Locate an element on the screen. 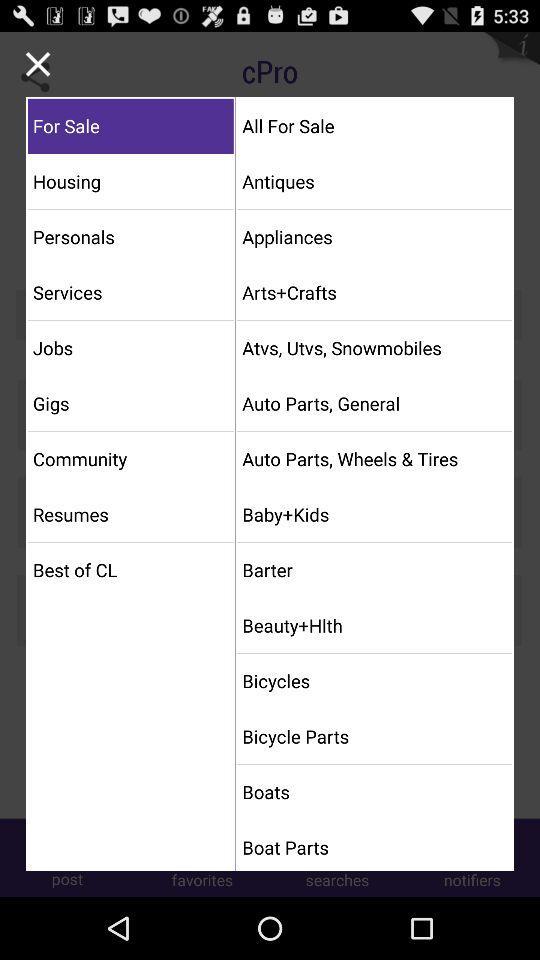 This screenshot has width=540, height=960. the bicycles item is located at coordinates (374, 681).